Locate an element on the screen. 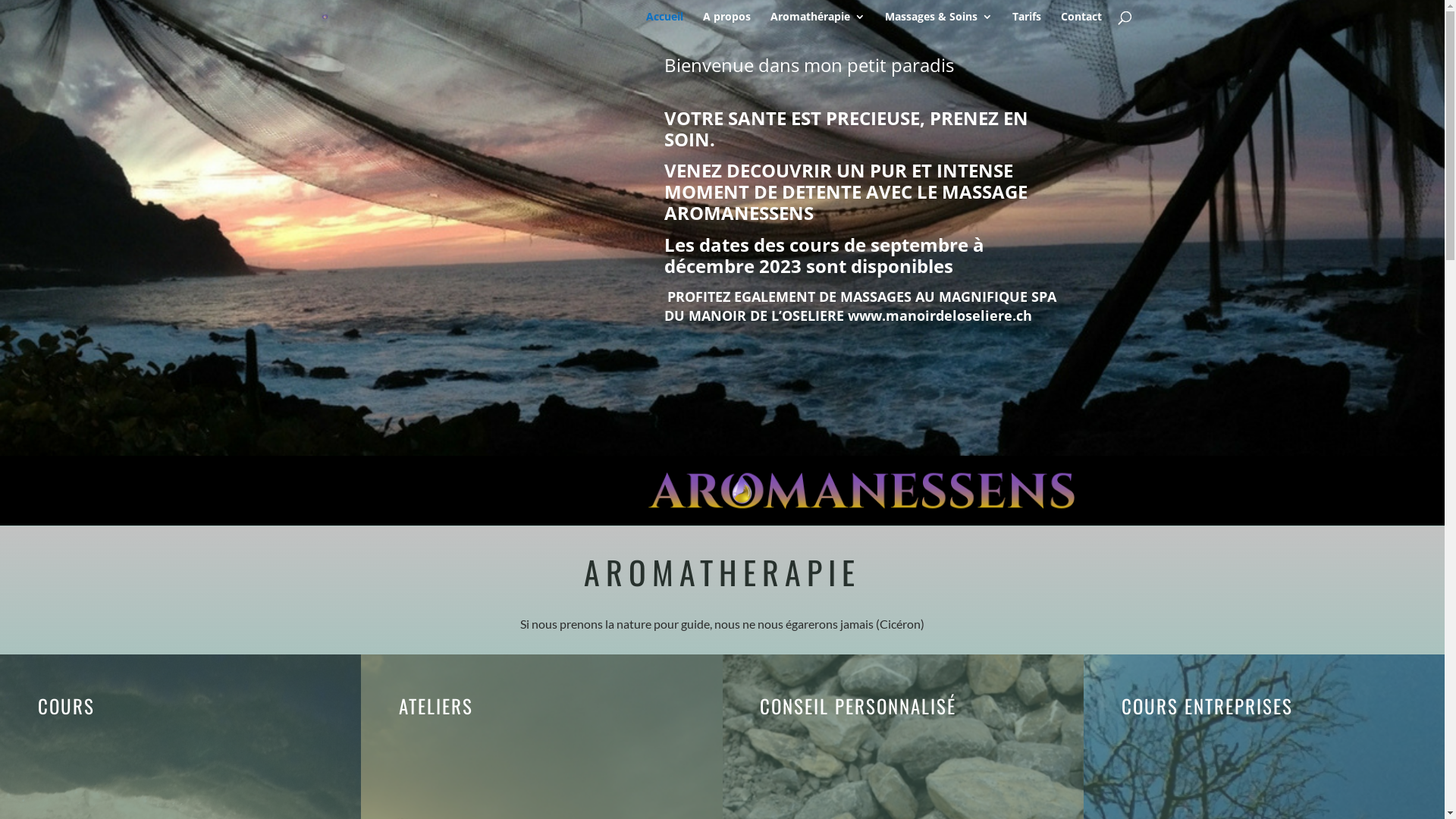 The width and height of the screenshot is (1456, 819). 'Accueil' is located at coordinates (664, 22).